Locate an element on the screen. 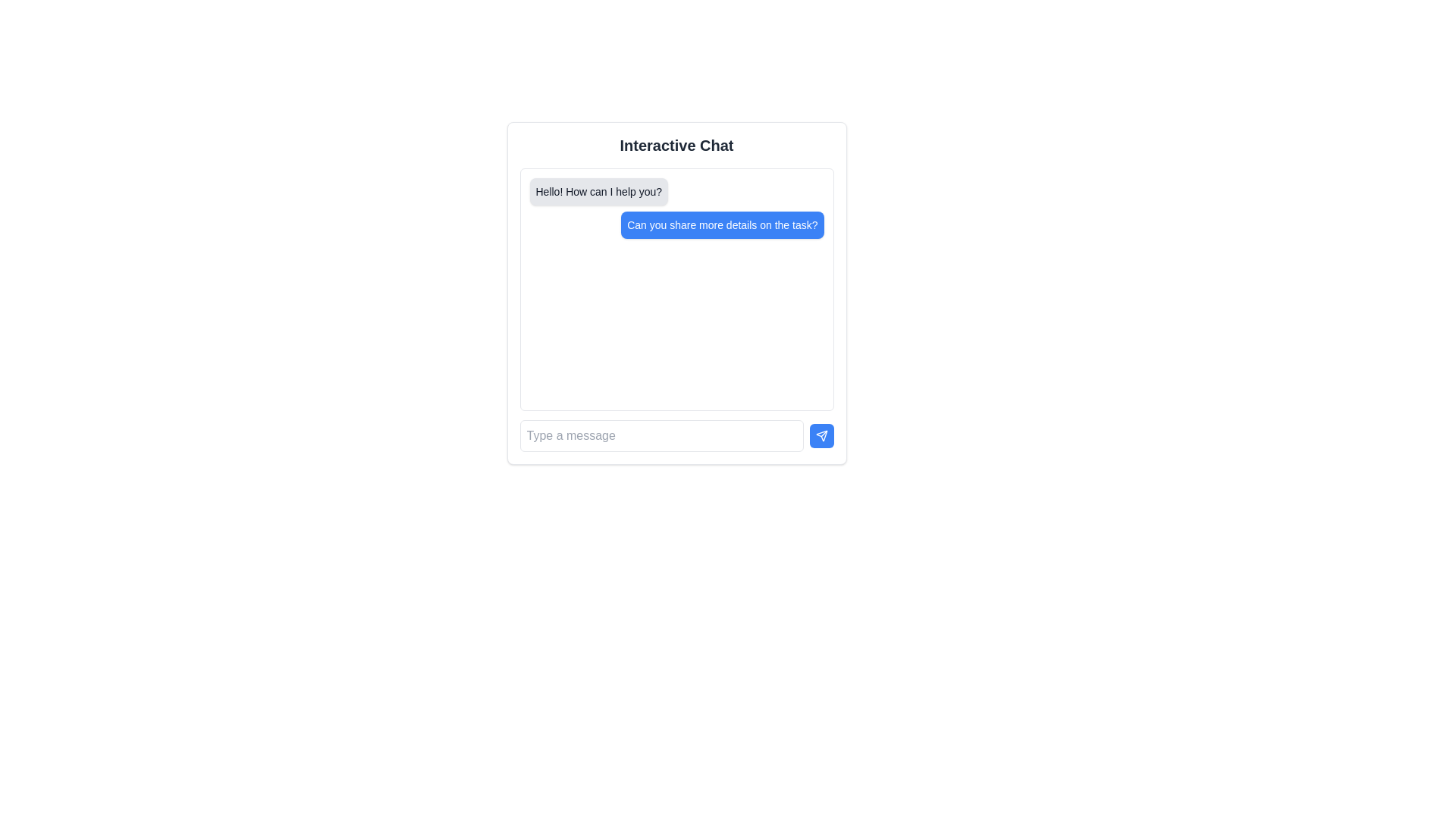 Image resolution: width=1456 pixels, height=819 pixels. the text bubble containing the message 'Hello! How can I help you?' which has a light gray background and dark gray text is located at coordinates (598, 191).